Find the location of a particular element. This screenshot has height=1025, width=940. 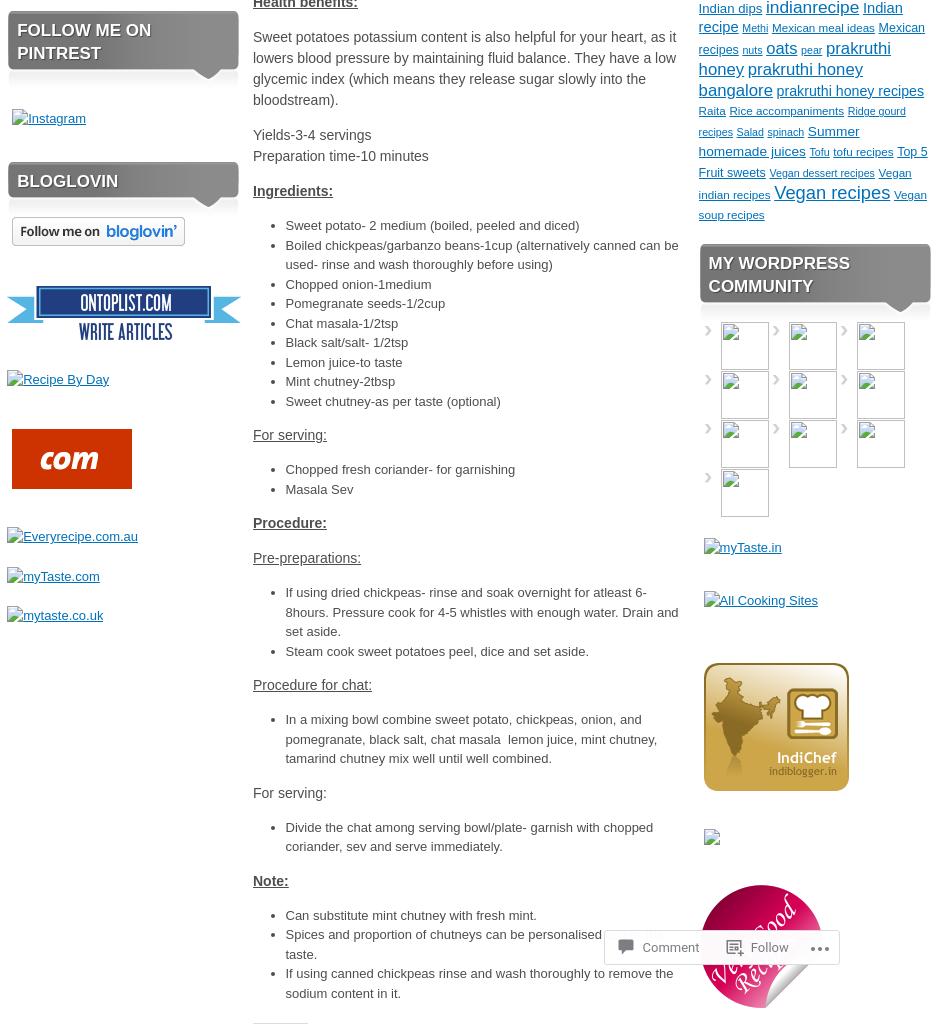

'spinach' is located at coordinates (785, 130).